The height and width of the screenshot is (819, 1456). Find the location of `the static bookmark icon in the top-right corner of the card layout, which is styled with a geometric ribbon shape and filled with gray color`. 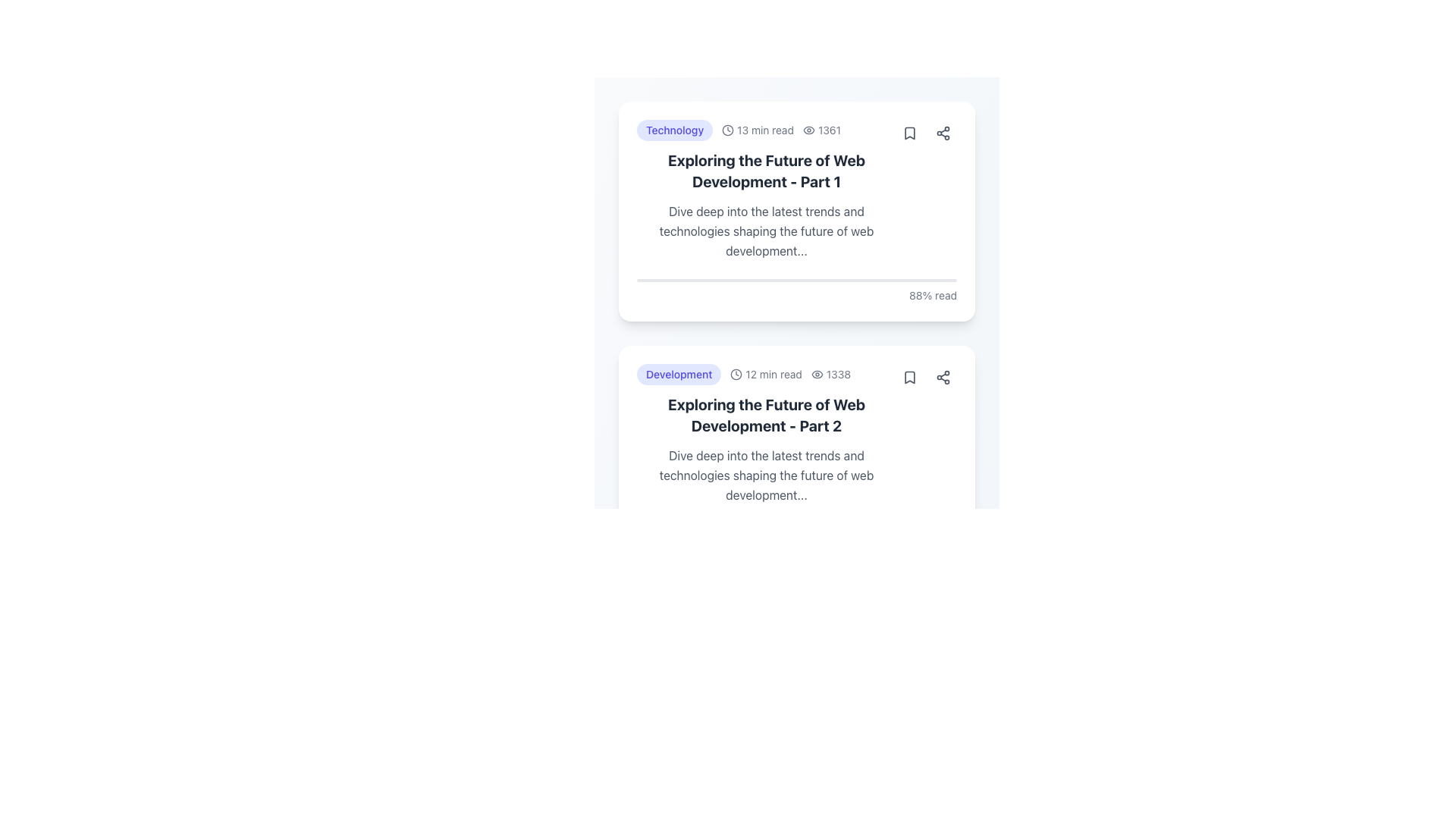

the static bookmark icon in the top-right corner of the card layout, which is styled with a geometric ribbon shape and filled with gray color is located at coordinates (910, 133).